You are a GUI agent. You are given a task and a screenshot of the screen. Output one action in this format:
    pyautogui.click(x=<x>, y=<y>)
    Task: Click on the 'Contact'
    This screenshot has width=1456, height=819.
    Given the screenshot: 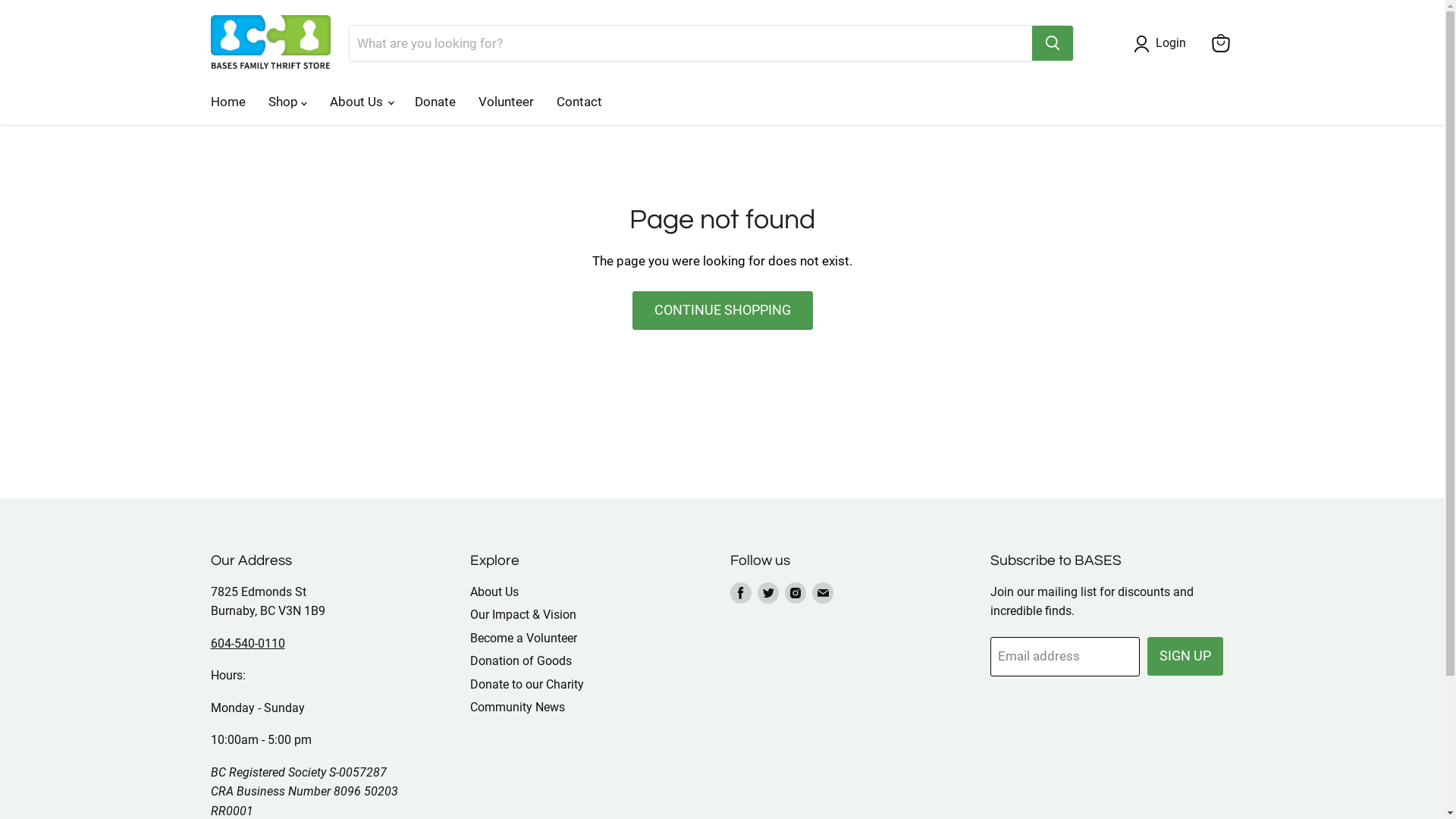 What is the action you would take?
    pyautogui.click(x=578, y=102)
    